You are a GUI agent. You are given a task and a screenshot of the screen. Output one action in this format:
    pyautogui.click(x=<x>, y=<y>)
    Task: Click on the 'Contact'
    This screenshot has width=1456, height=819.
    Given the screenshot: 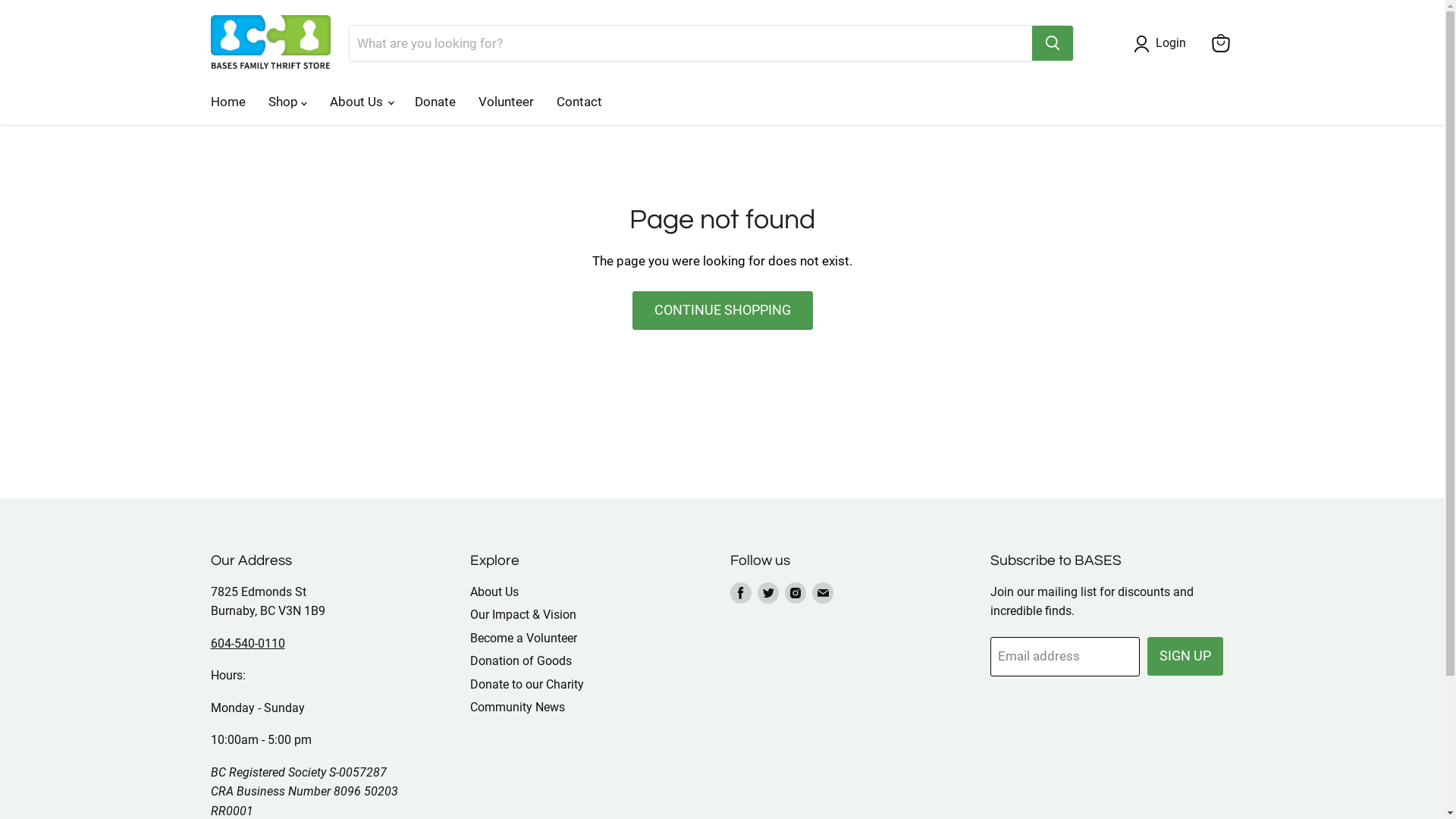 What is the action you would take?
    pyautogui.click(x=578, y=102)
    